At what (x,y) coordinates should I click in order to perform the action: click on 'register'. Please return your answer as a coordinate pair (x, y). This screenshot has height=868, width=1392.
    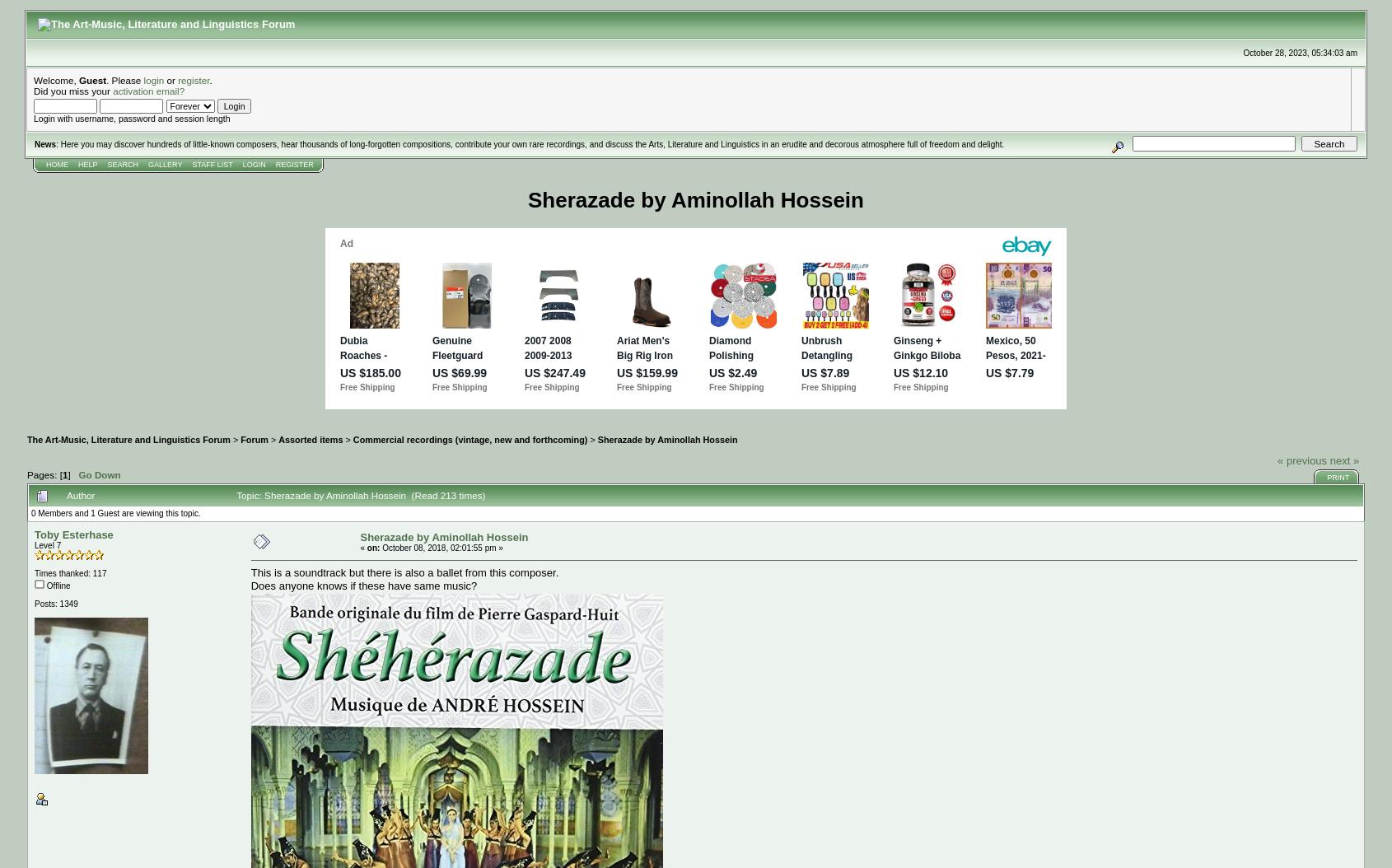
    Looking at the image, I should click on (193, 79).